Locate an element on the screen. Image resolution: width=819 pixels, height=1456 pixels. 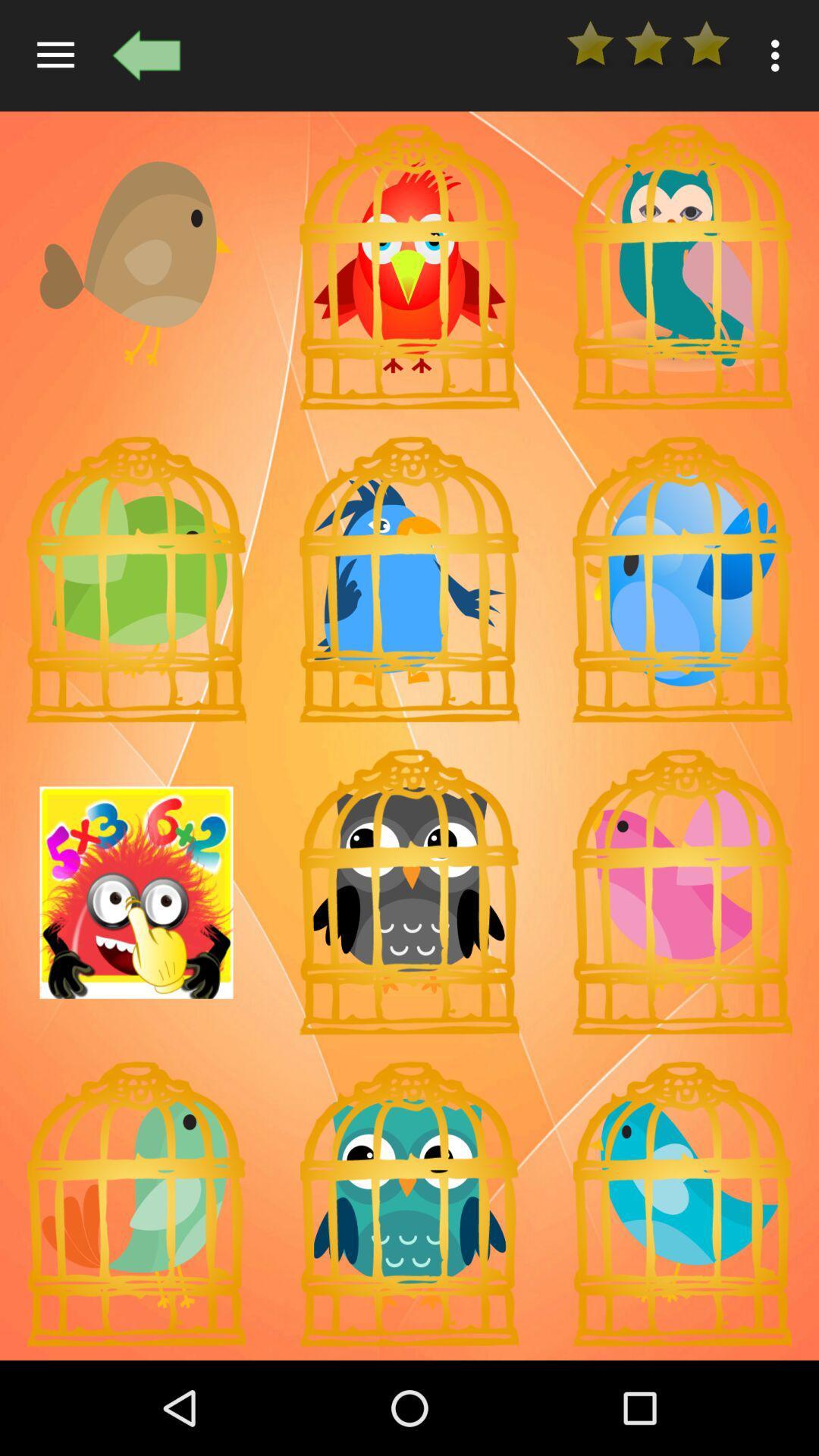
choose your choice is located at coordinates (681, 1203).